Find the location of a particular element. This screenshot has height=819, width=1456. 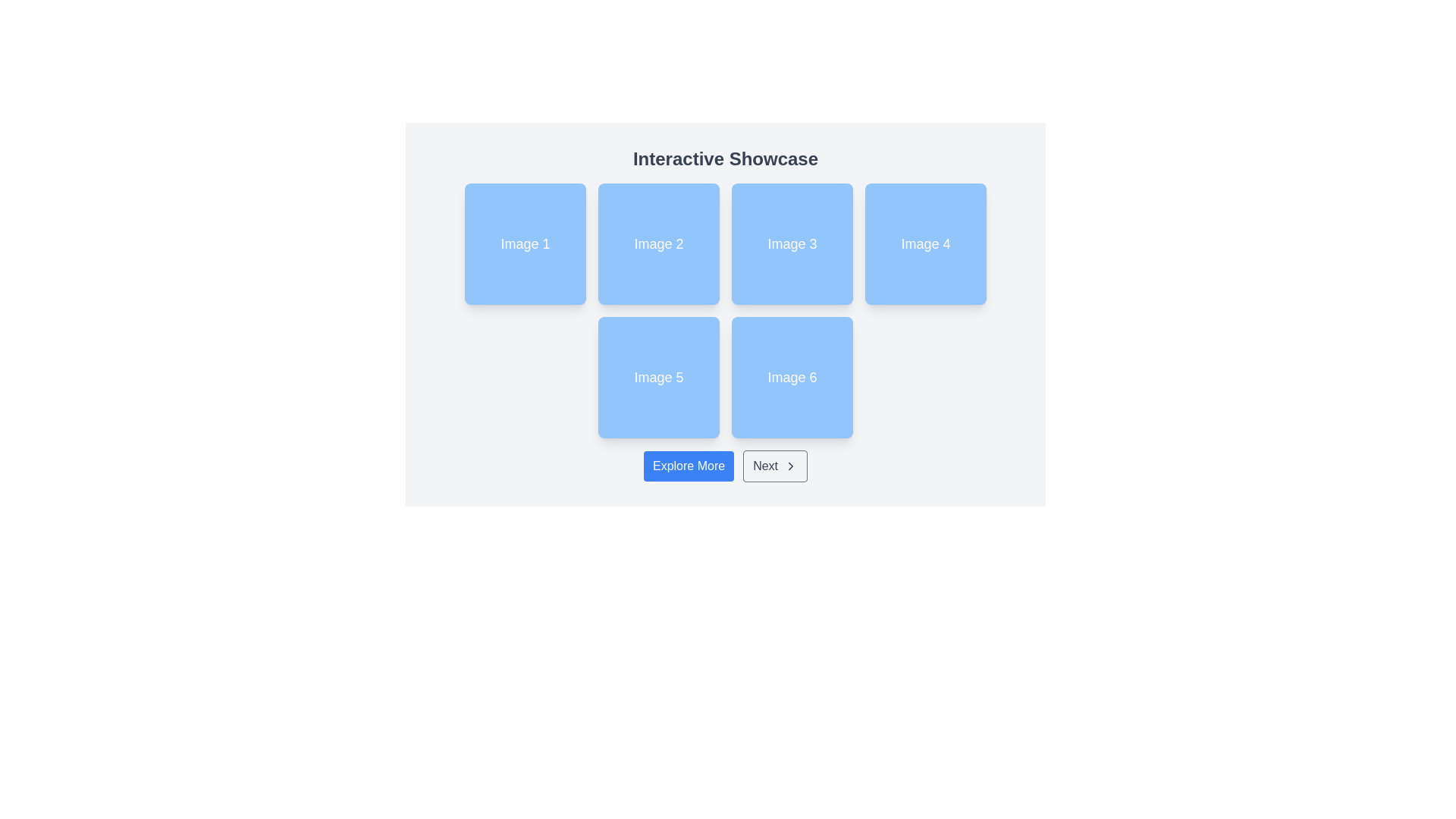

the button-like visual component in the second row and first column of the grid layout, located below 'Image 2' and to the left of 'Image 6' is located at coordinates (658, 376).